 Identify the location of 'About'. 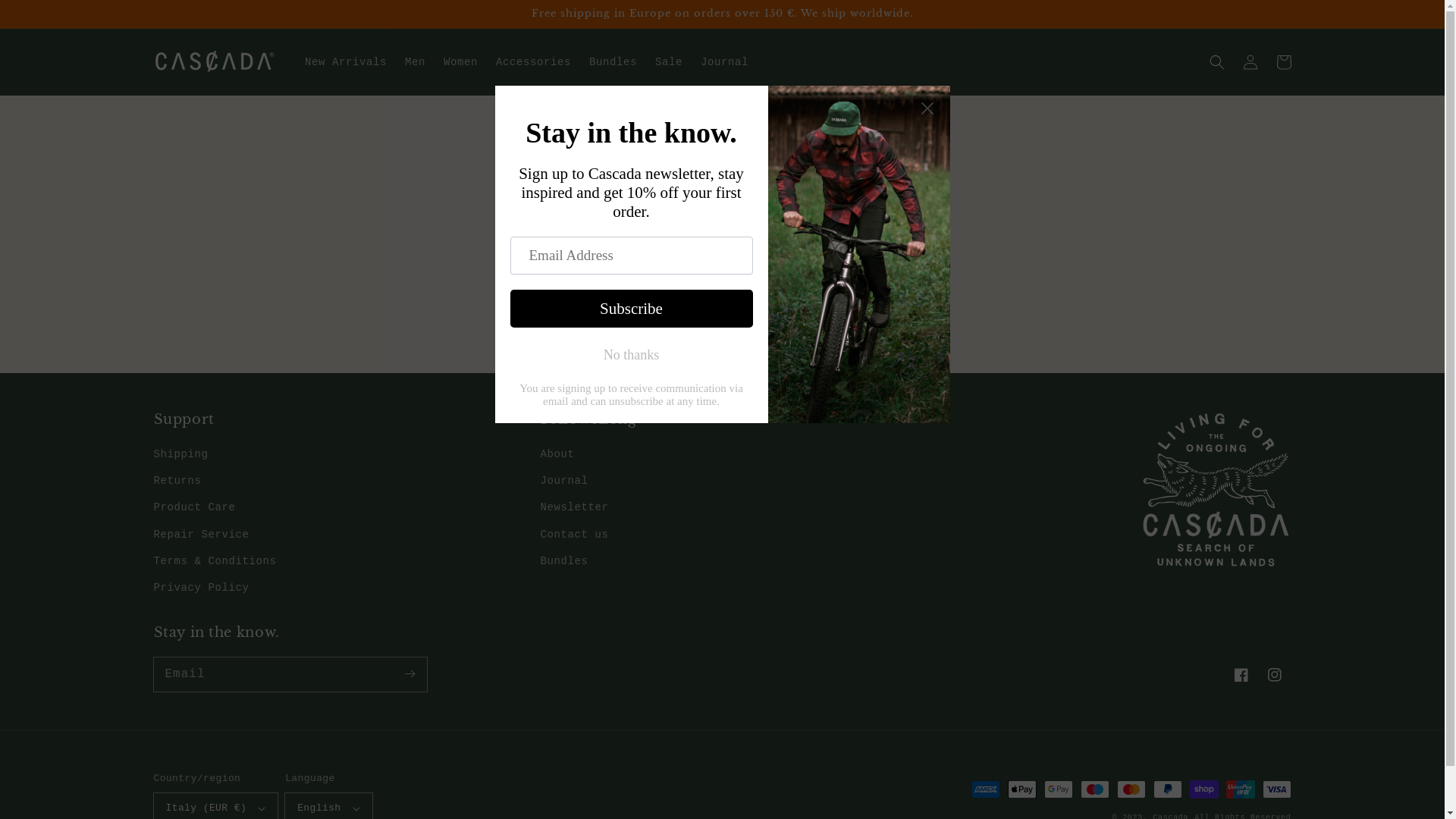
(556, 455).